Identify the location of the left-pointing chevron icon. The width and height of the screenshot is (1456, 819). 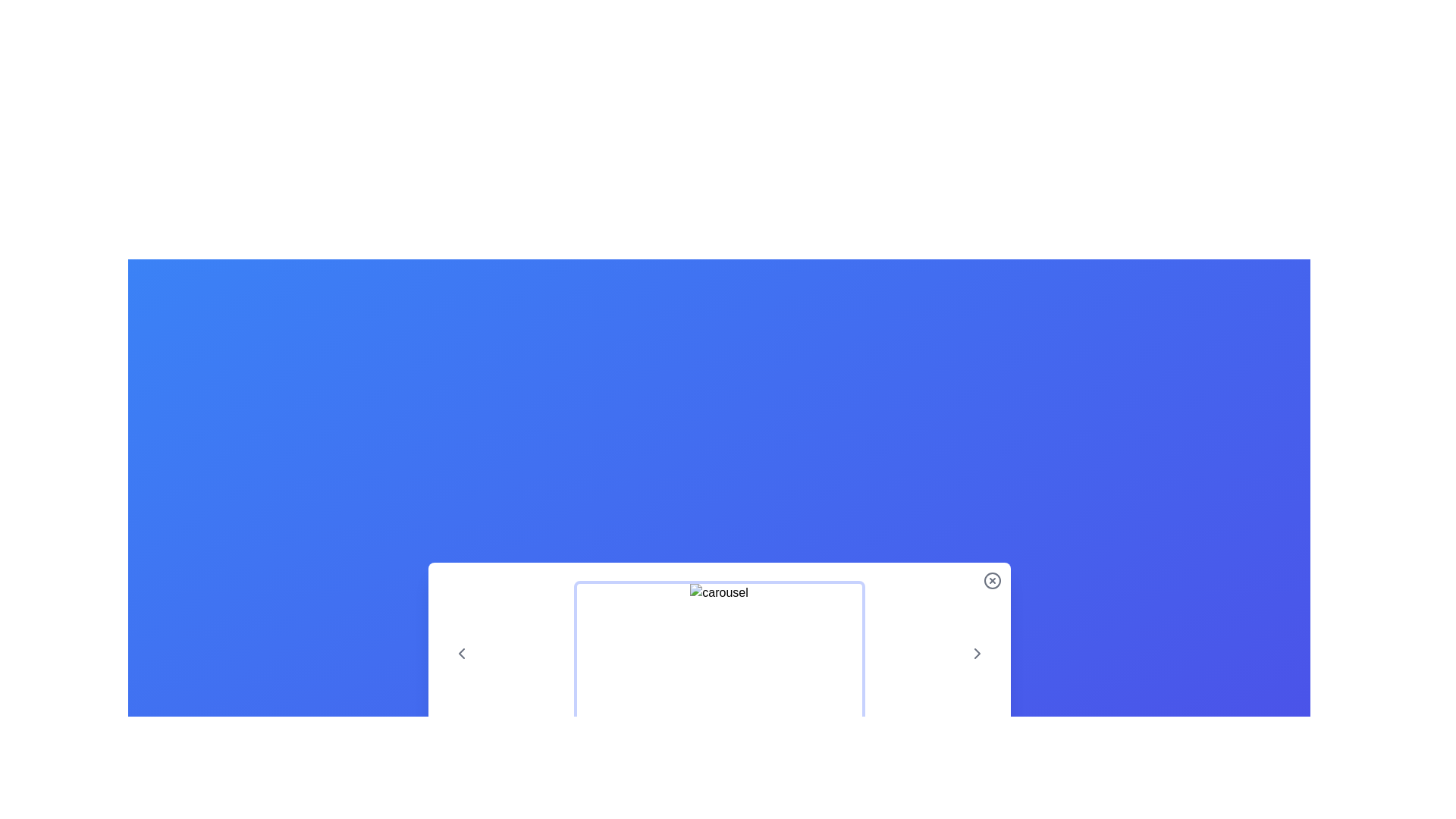
(460, 652).